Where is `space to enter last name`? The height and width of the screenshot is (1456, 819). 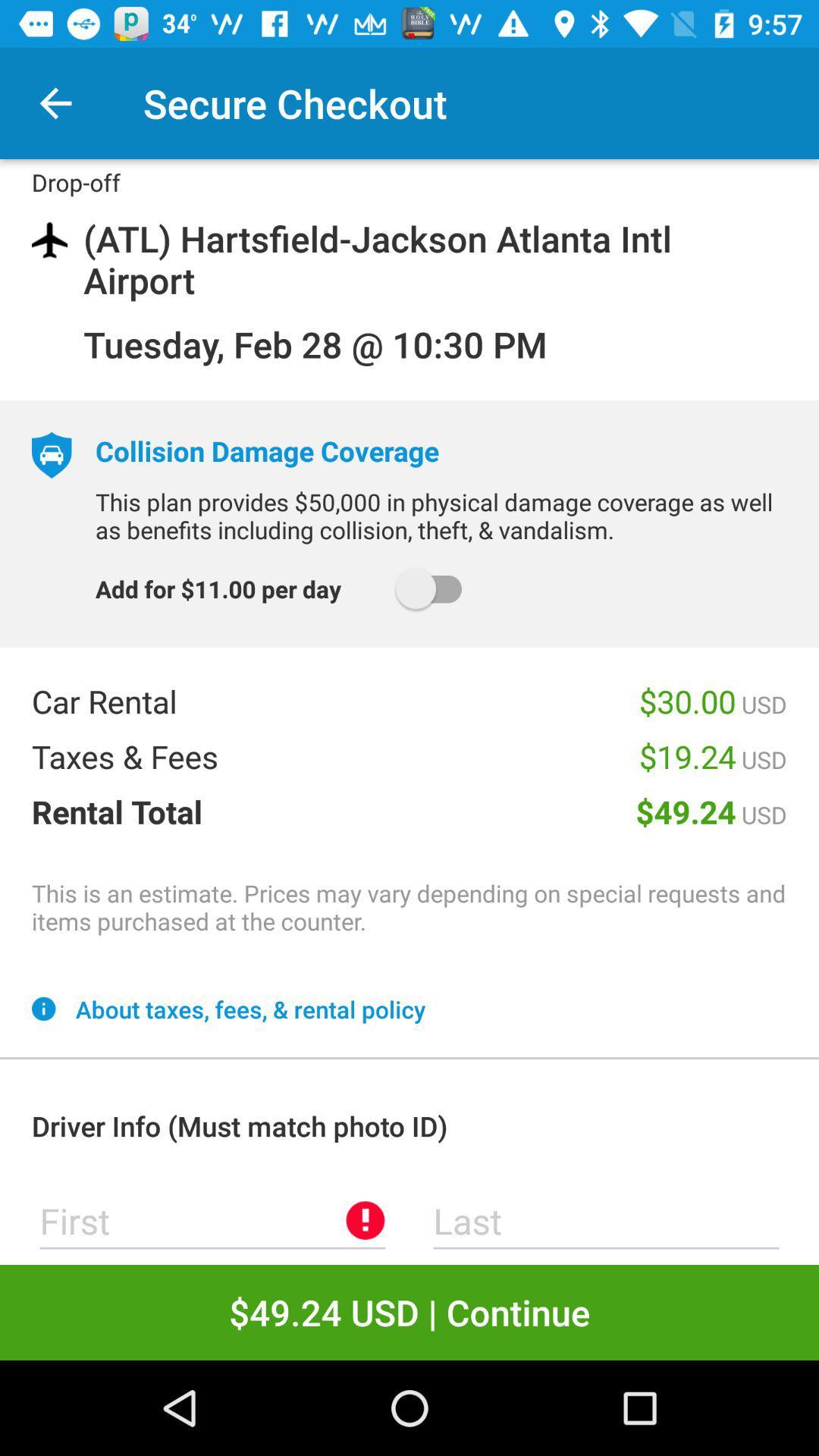 space to enter last name is located at coordinates (605, 1220).